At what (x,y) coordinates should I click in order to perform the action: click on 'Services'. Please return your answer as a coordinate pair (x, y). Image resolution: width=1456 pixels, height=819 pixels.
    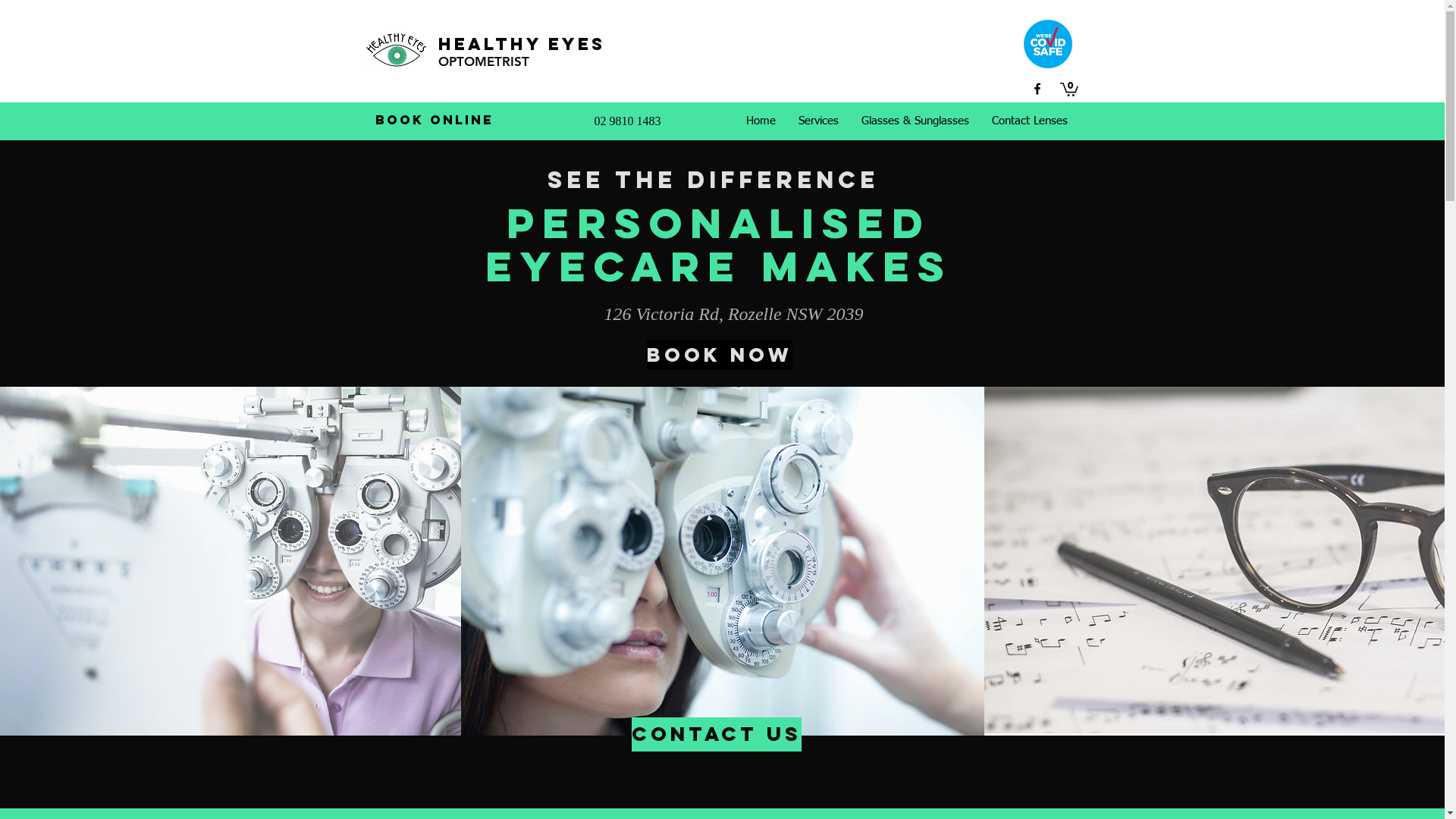
    Looking at the image, I should click on (786, 120).